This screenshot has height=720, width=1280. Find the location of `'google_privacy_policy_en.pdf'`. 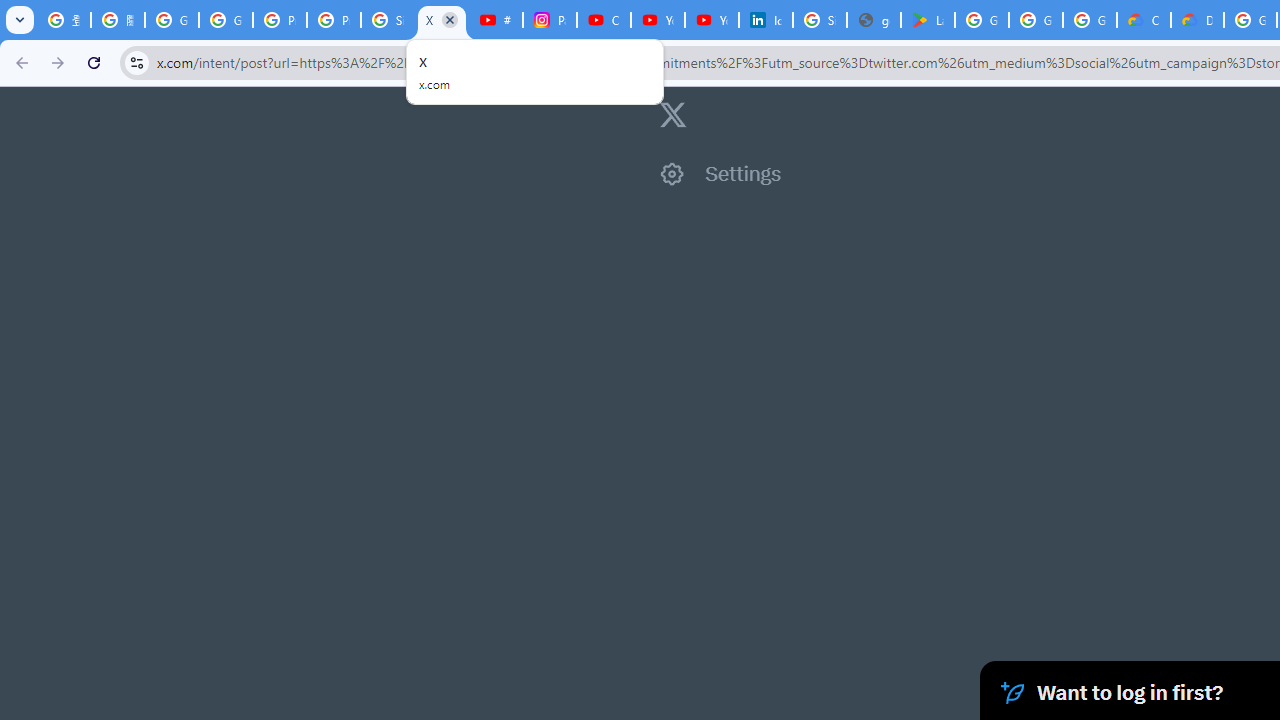

'google_privacy_policy_en.pdf' is located at coordinates (874, 20).